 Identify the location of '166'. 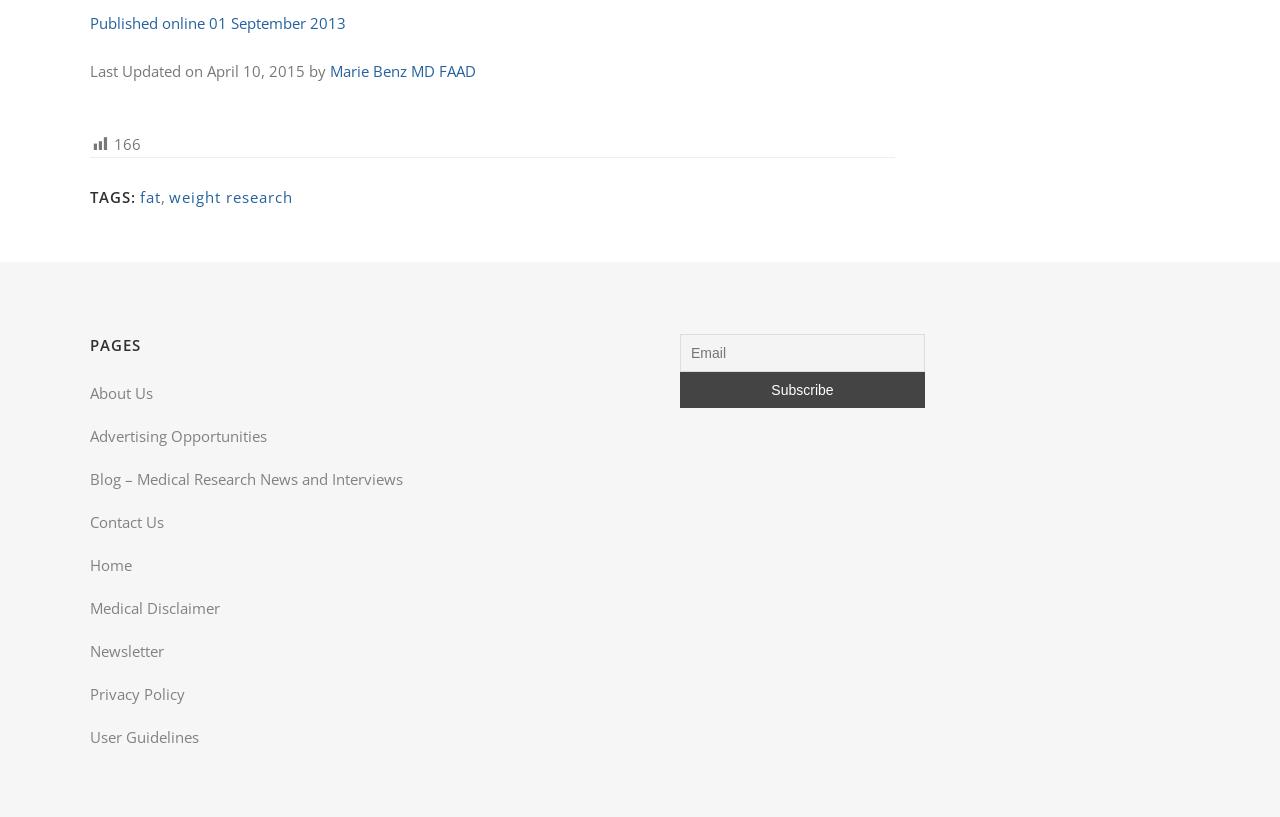
(113, 144).